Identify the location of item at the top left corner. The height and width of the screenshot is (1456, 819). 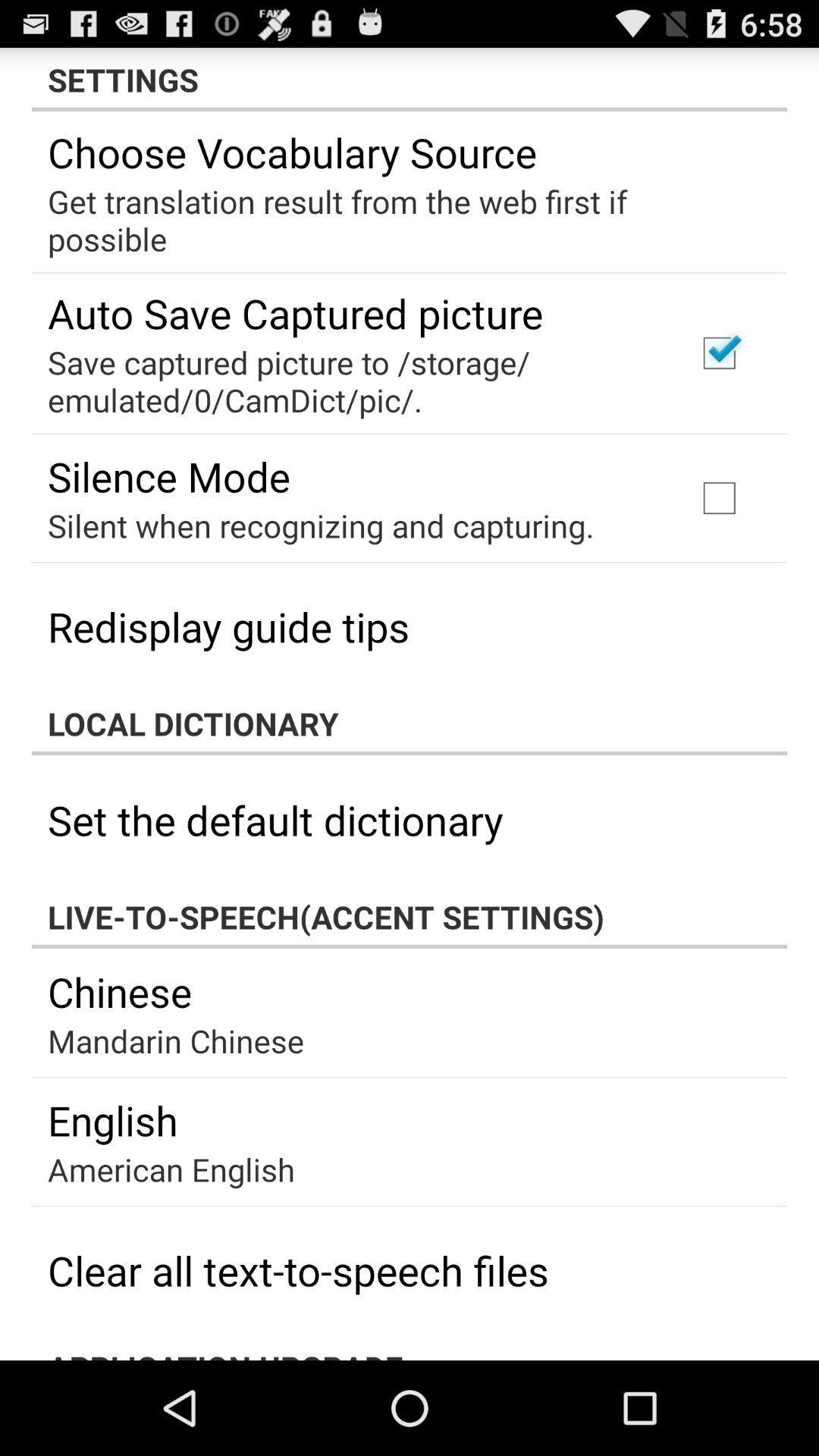
(169, 475).